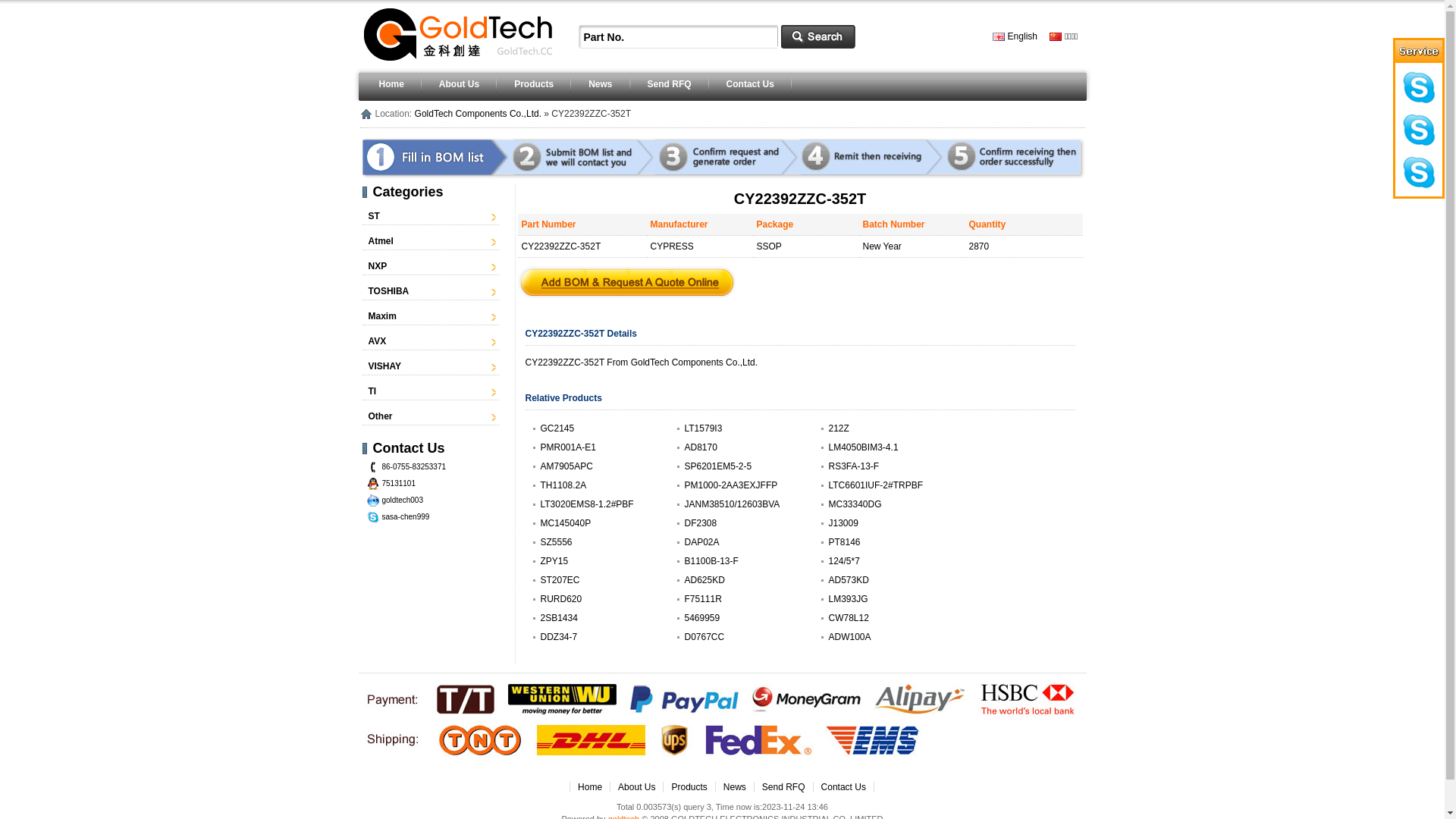 This screenshot has width=1456, height=819. Describe the element at coordinates (710, 561) in the screenshot. I see `'B1100B-13-F'` at that location.